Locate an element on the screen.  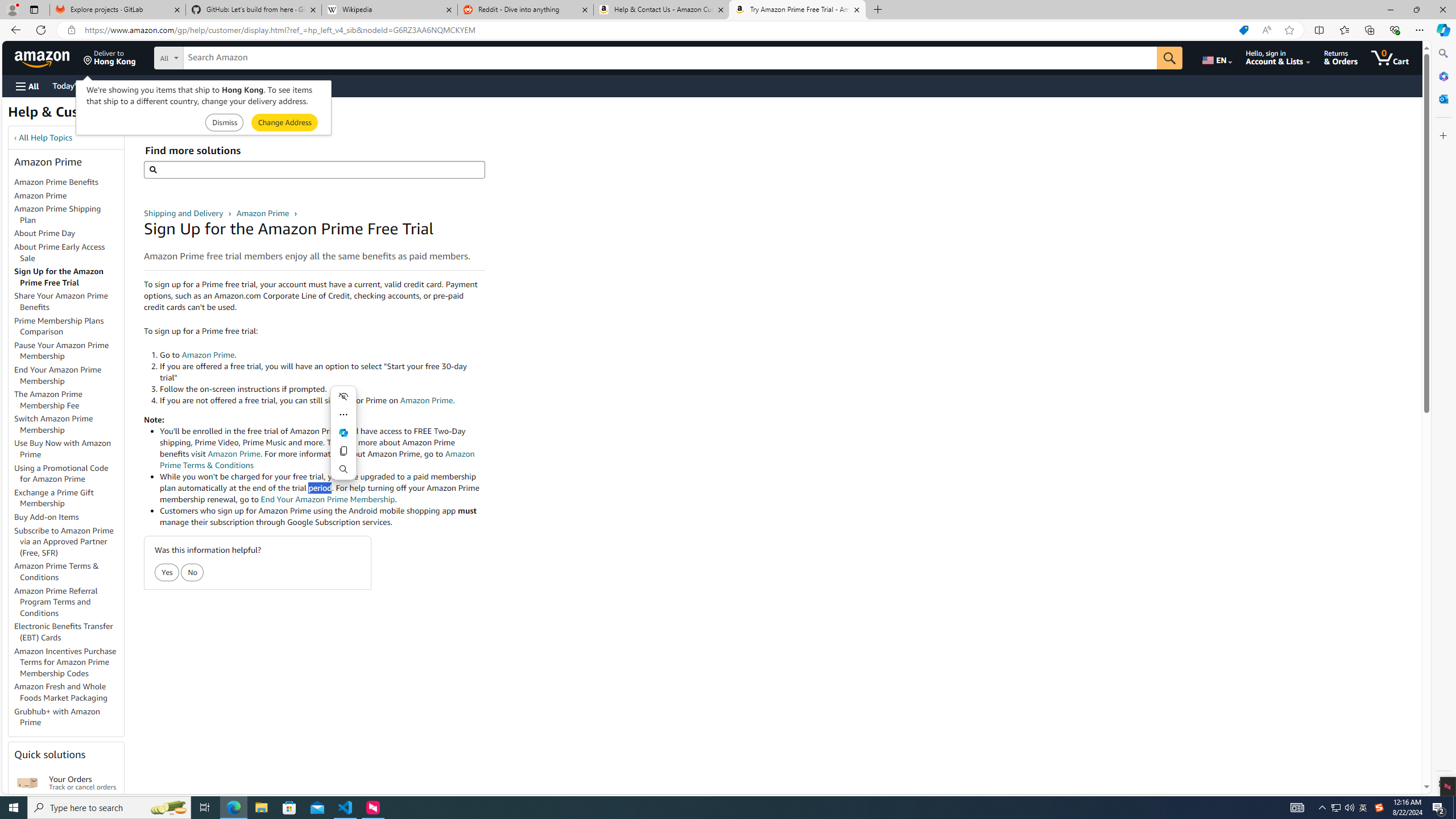
'All Help Topics' is located at coordinates (45, 137).